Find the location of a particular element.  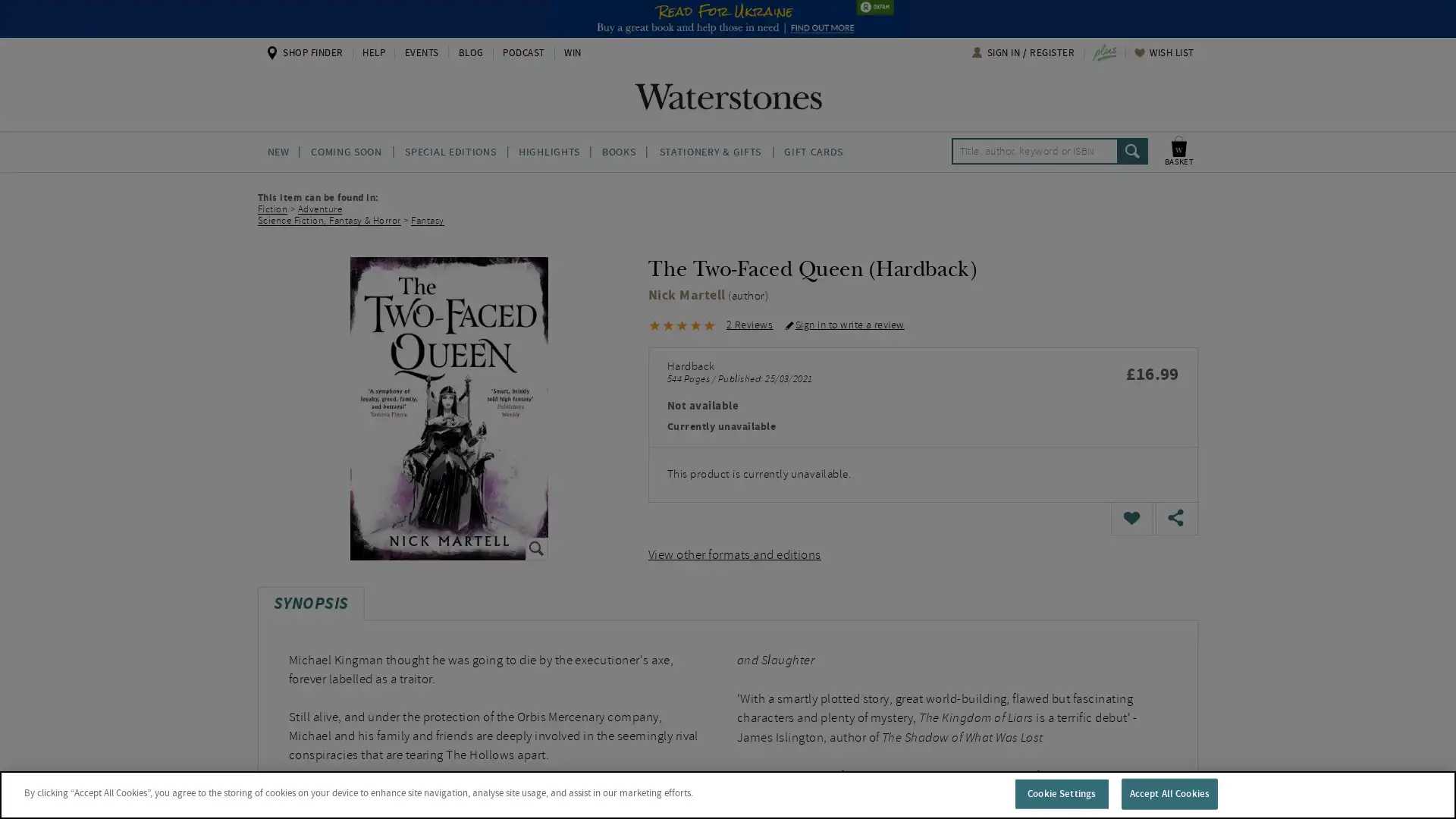

Cookie Settings is located at coordinates (1060, 792).